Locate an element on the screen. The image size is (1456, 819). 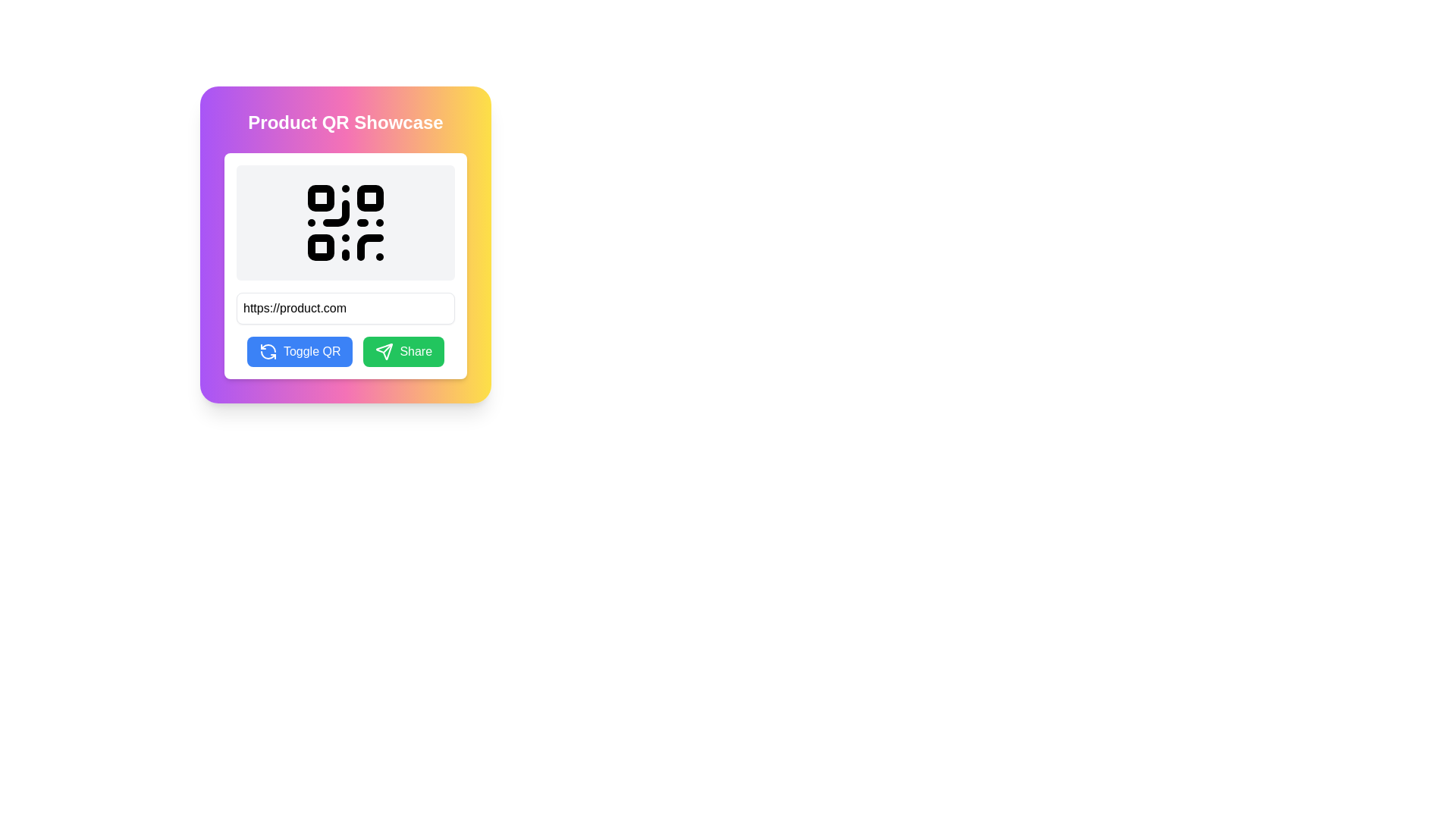
the QR code by clicking on the curved line component located in the upper-right part of the QR code is located at coordinates (335, 213).